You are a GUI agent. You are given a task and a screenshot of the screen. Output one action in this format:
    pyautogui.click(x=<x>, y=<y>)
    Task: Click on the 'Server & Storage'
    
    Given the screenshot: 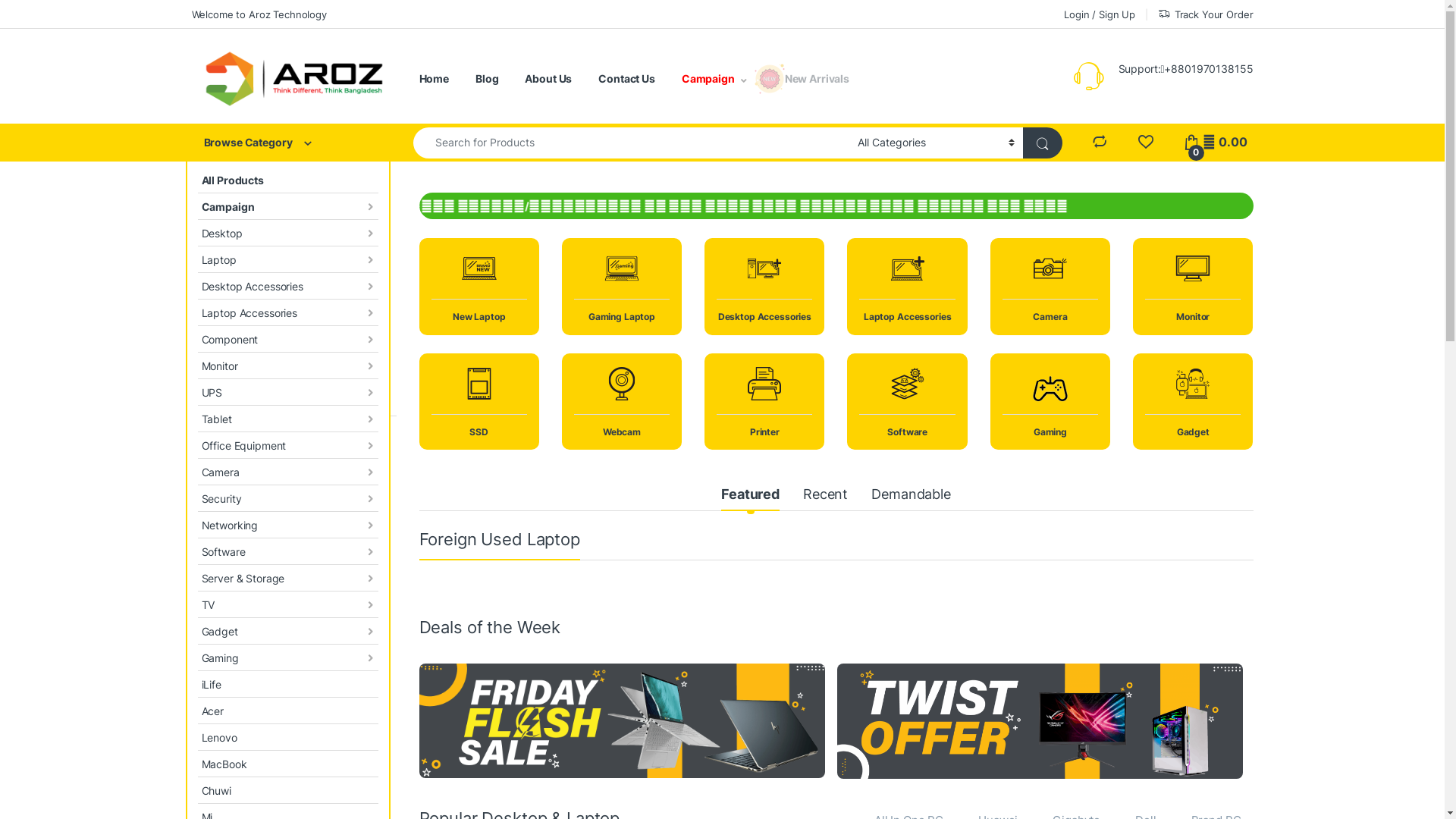 What is the action you would take?
    pyautogui.click(x=196, y=578)
    